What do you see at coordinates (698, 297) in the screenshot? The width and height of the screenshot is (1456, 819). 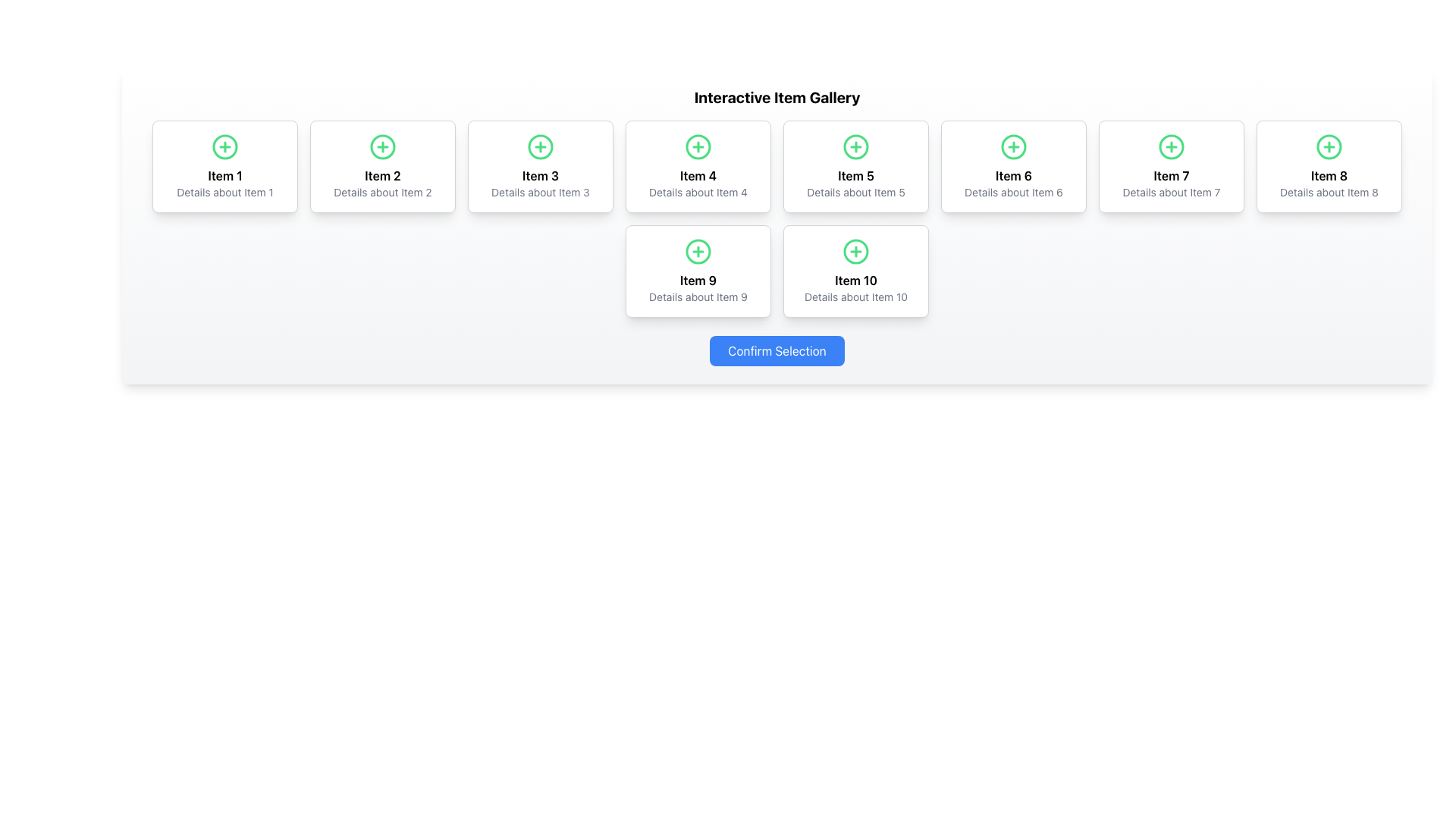 I see `the Text Label that provides additional descriptive information about 'Item 9', located beneath the title element in the card for 'Item 9'` at bounding box center [698, 297].